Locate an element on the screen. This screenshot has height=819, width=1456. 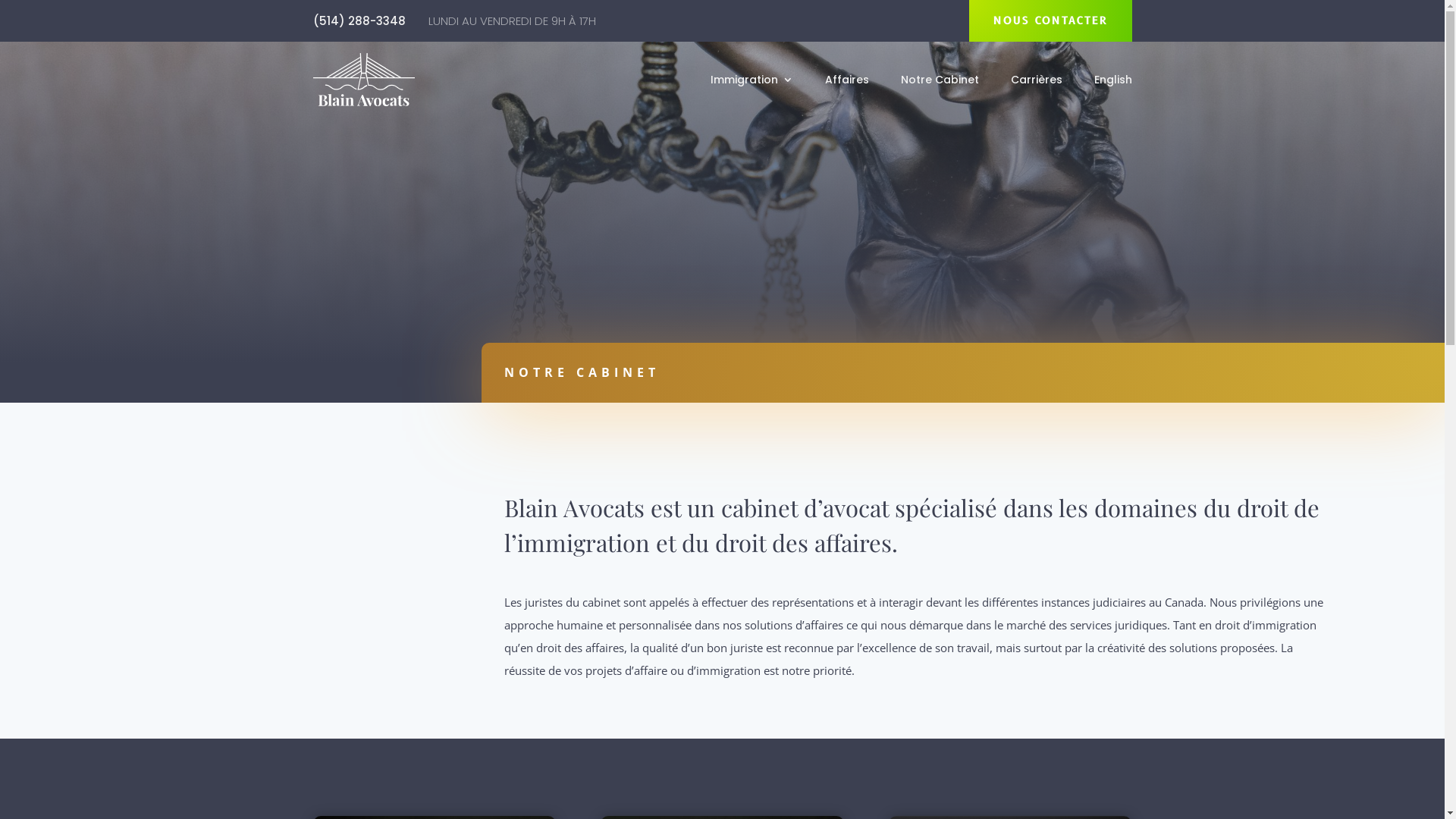
'(514) 288-3348' is located at coordinates (358, 20).